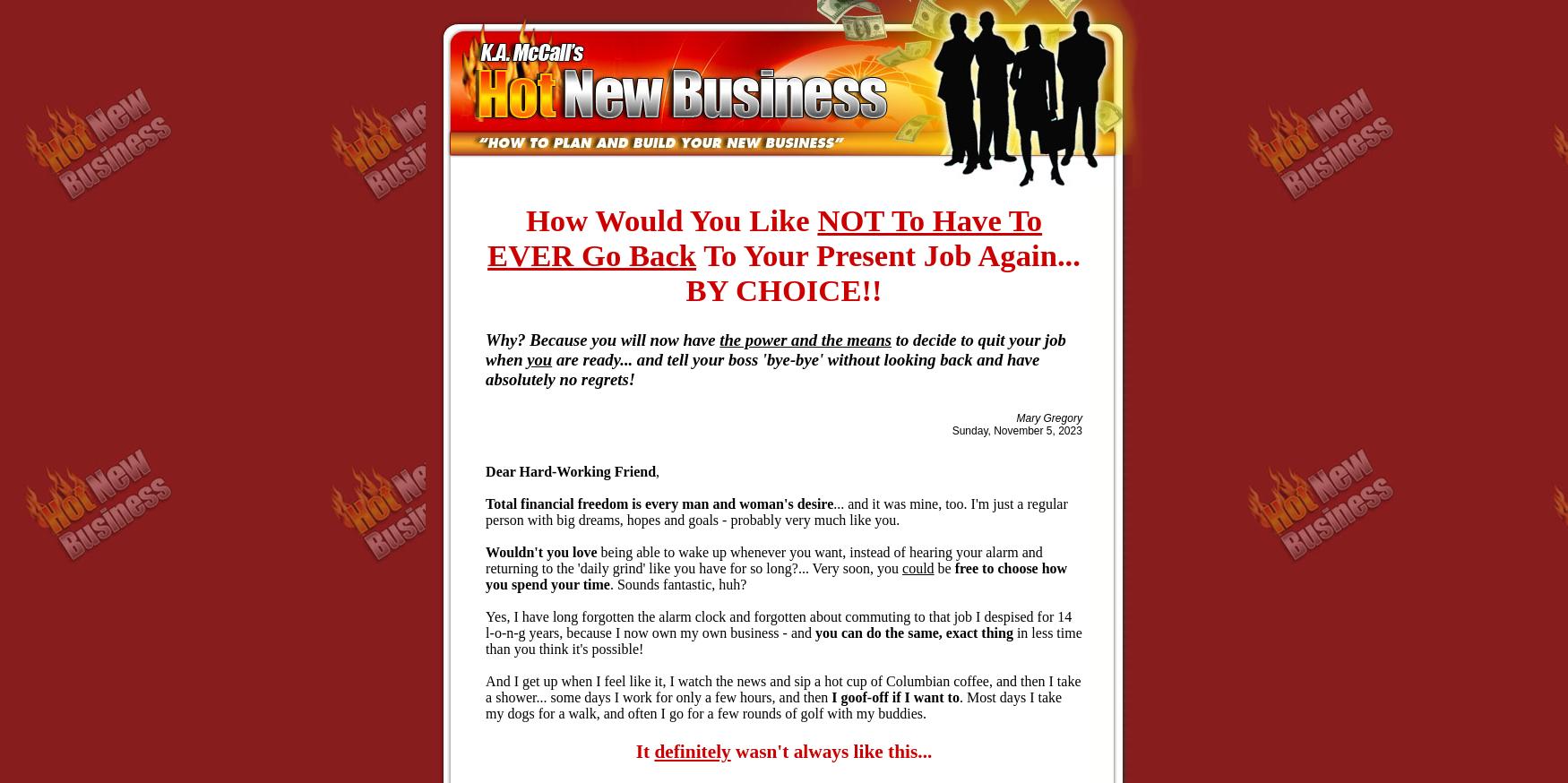 This screenshot has width=1568, height=783. I want to click on 'wasn't always like this...', so click(830, 752).